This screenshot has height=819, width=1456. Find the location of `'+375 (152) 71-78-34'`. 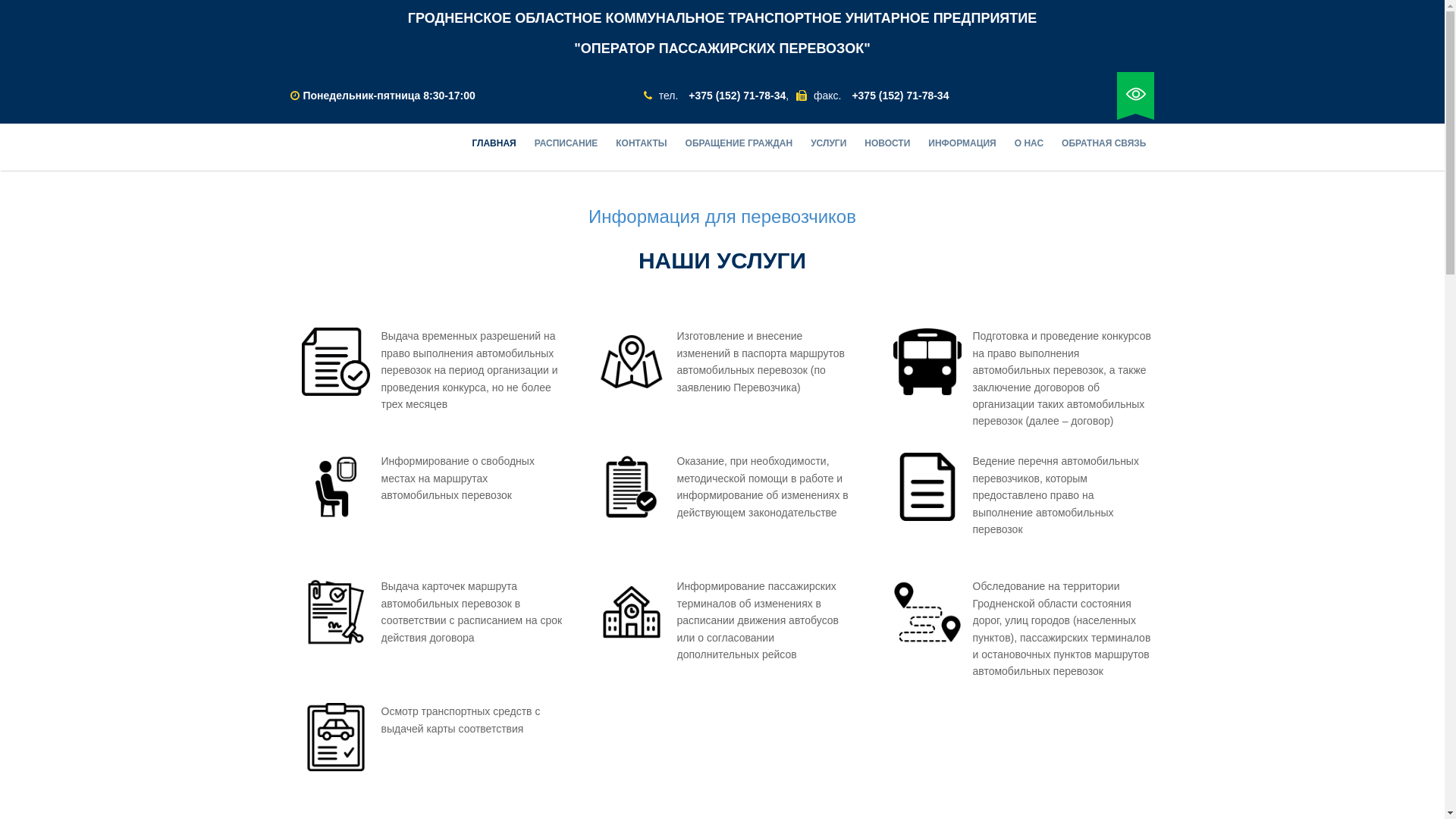

'+375 (152) 71-78-34' is located at coordinates (899, 96).